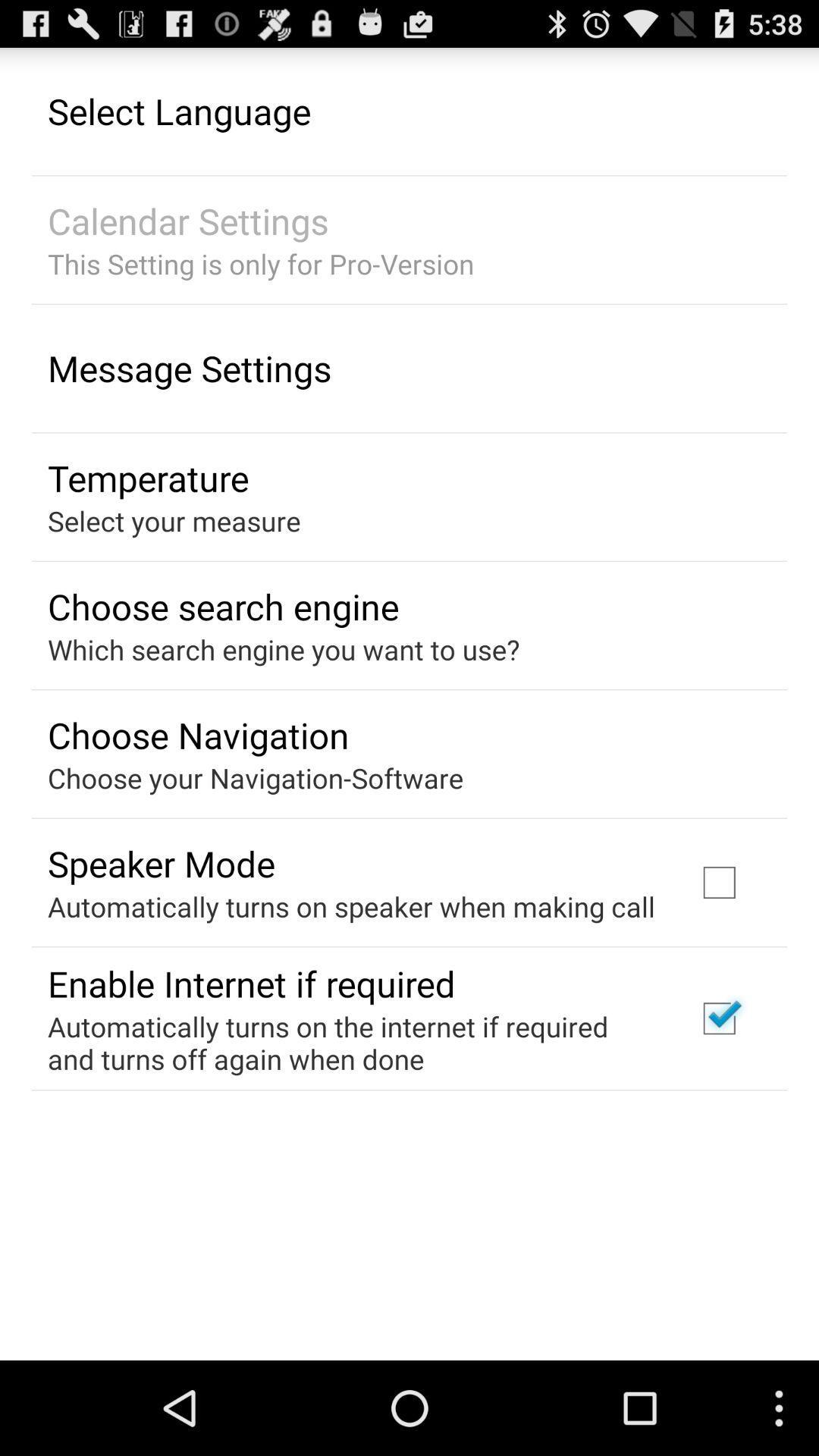 The height and width of the screenshot is (1456, 819). Describe the element at coordinates (161, 863) in the screenshot. I see `the speaker mode app` at that location.